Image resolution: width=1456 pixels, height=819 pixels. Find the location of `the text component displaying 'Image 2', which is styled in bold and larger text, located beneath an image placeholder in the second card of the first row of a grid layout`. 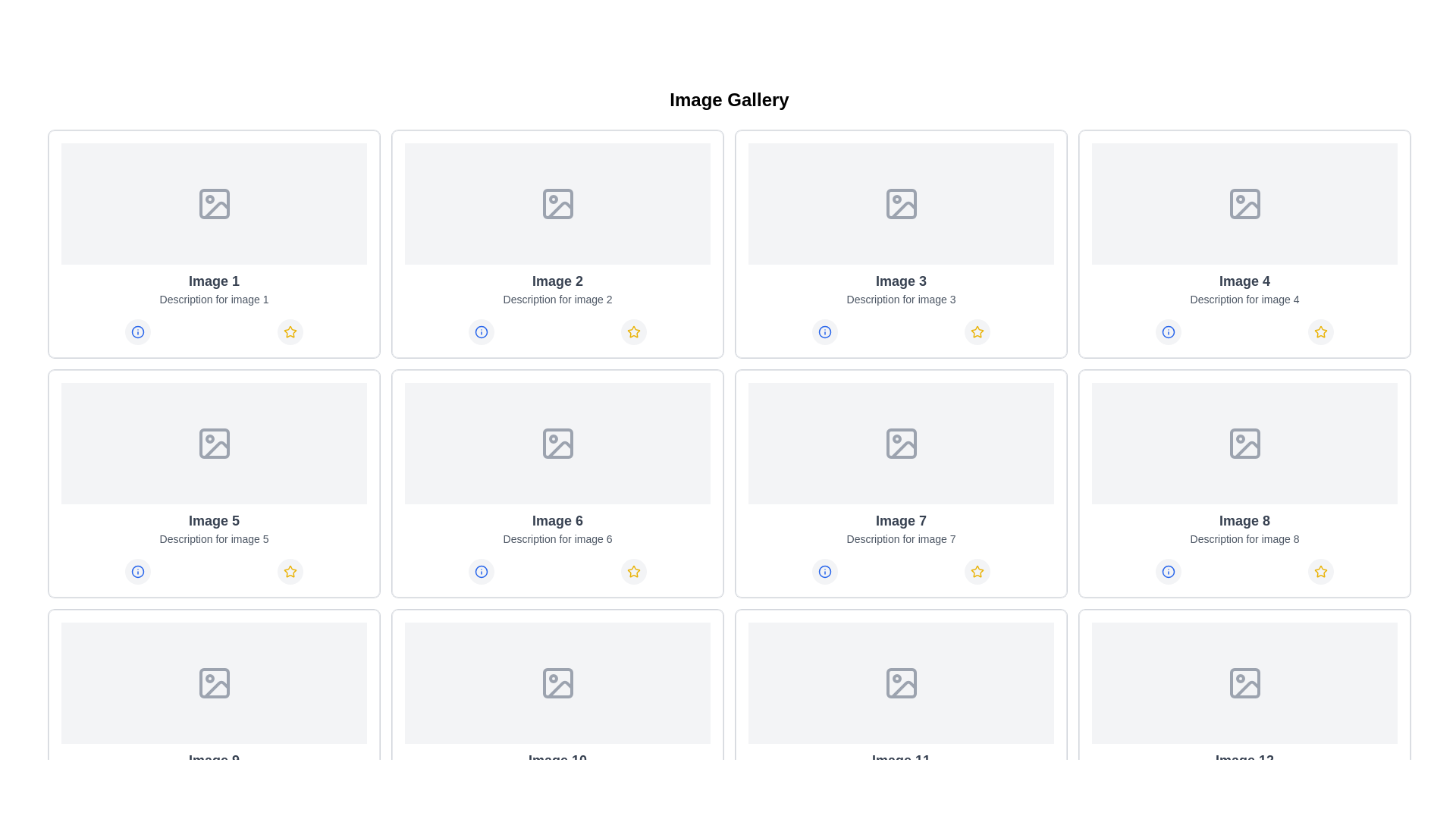

the text component displaying 'Image 2', which is styled in bold and larger text, located beneath an image placeholder in the second card of the first row of a grid layout is located at coordinates (557, 281).